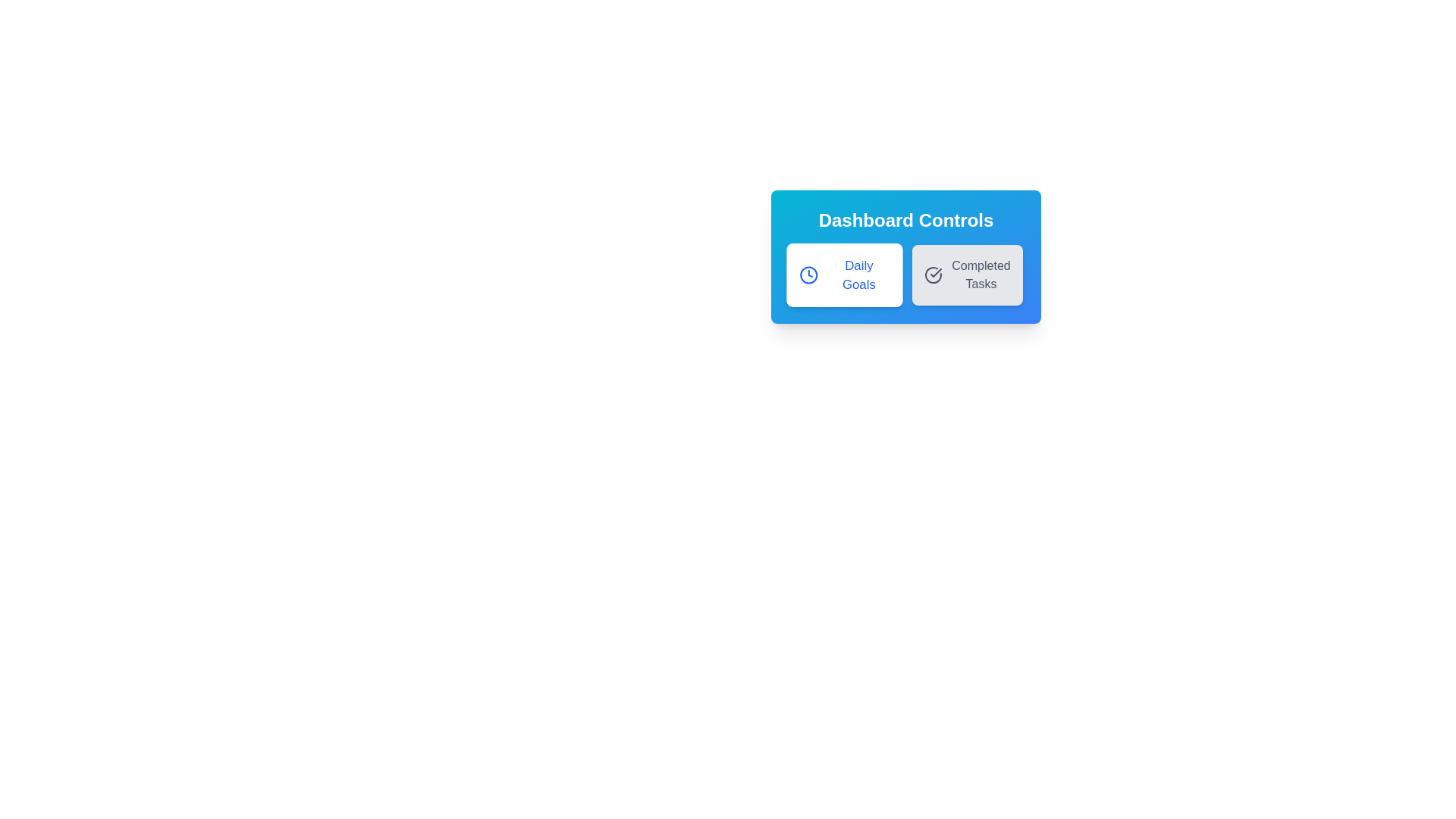 The width and height of the screenshot is (1456, 819). I want to click on the 'Completed Tasks' button, which is a clickable rectangular box with a light gray background, rounded corners, and an icon of a circular arrow enclosing a checkmark, so click(967, 275).